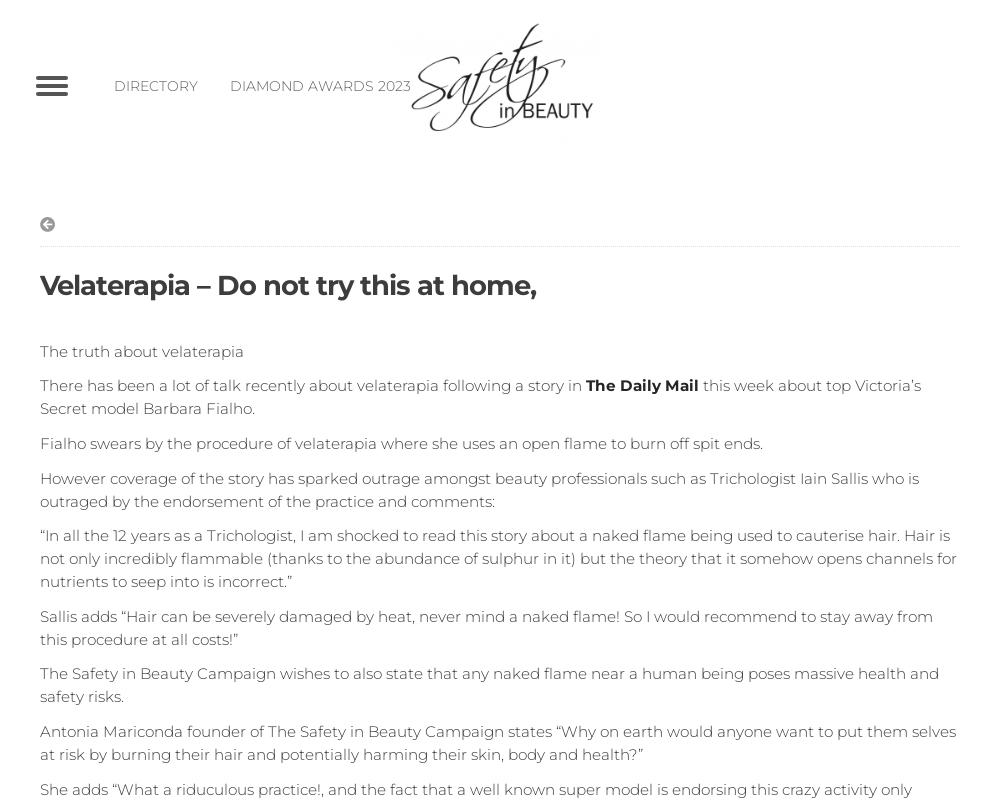 The height and width of the screenshot is (803, 1000). I want to click on '“In all the 12 years as a Trichologist, I am shocked to read this story about a naked flame being used to cauterise hair. Hair is not only incredibly flammable (thanks to the abundance of sulphur in it) but the theory that it somehow opens channels for nutrients to seep into is incorrect.”', so click(497, 558).